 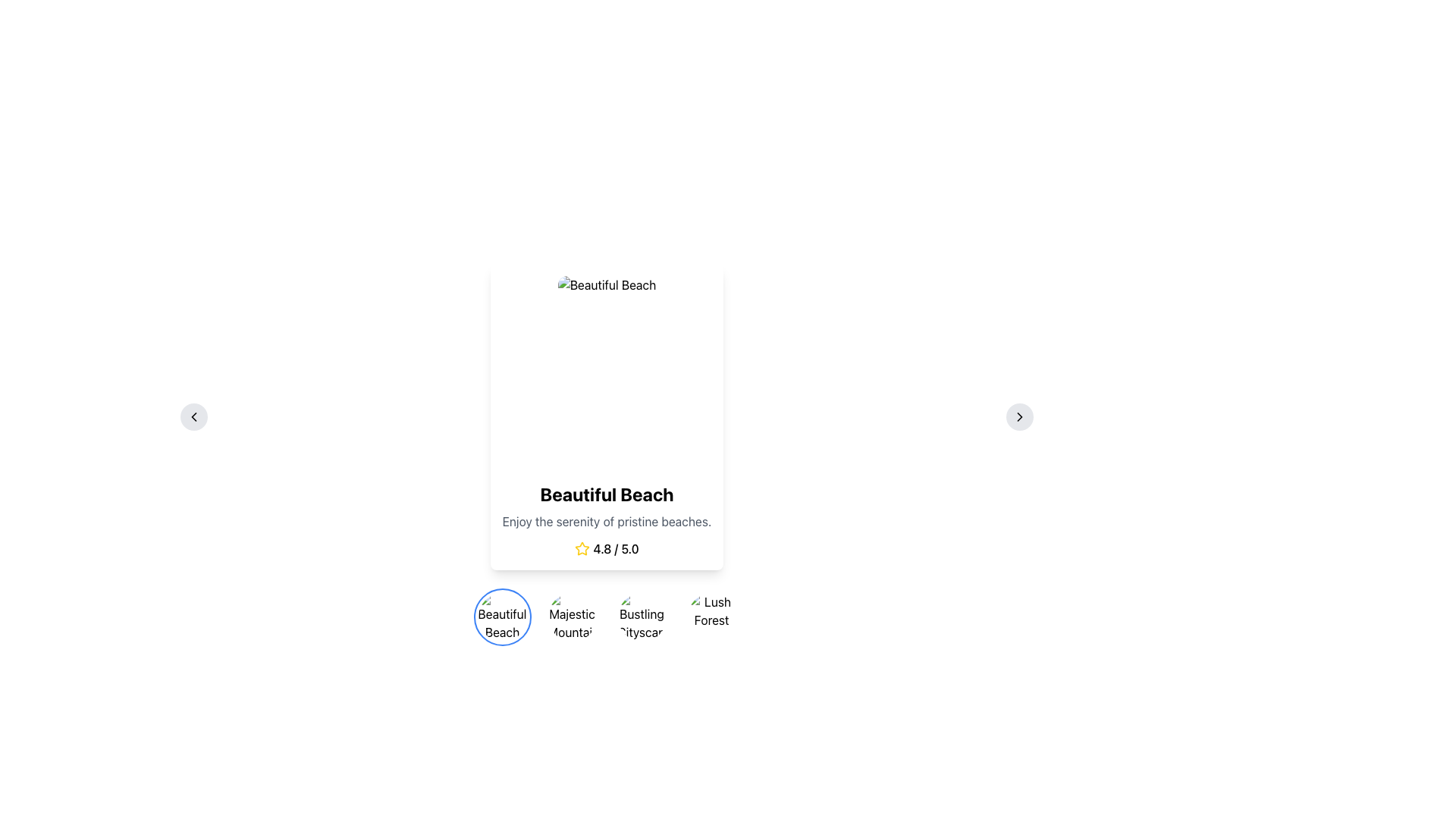 What do you see at coordinates (1019, 417) in the screenshot?
I see `the small circular button with a light gray background and a right-pointing arrow icon located at the top right corner of the card layout for navigation` at bounding box center [1019, 417].